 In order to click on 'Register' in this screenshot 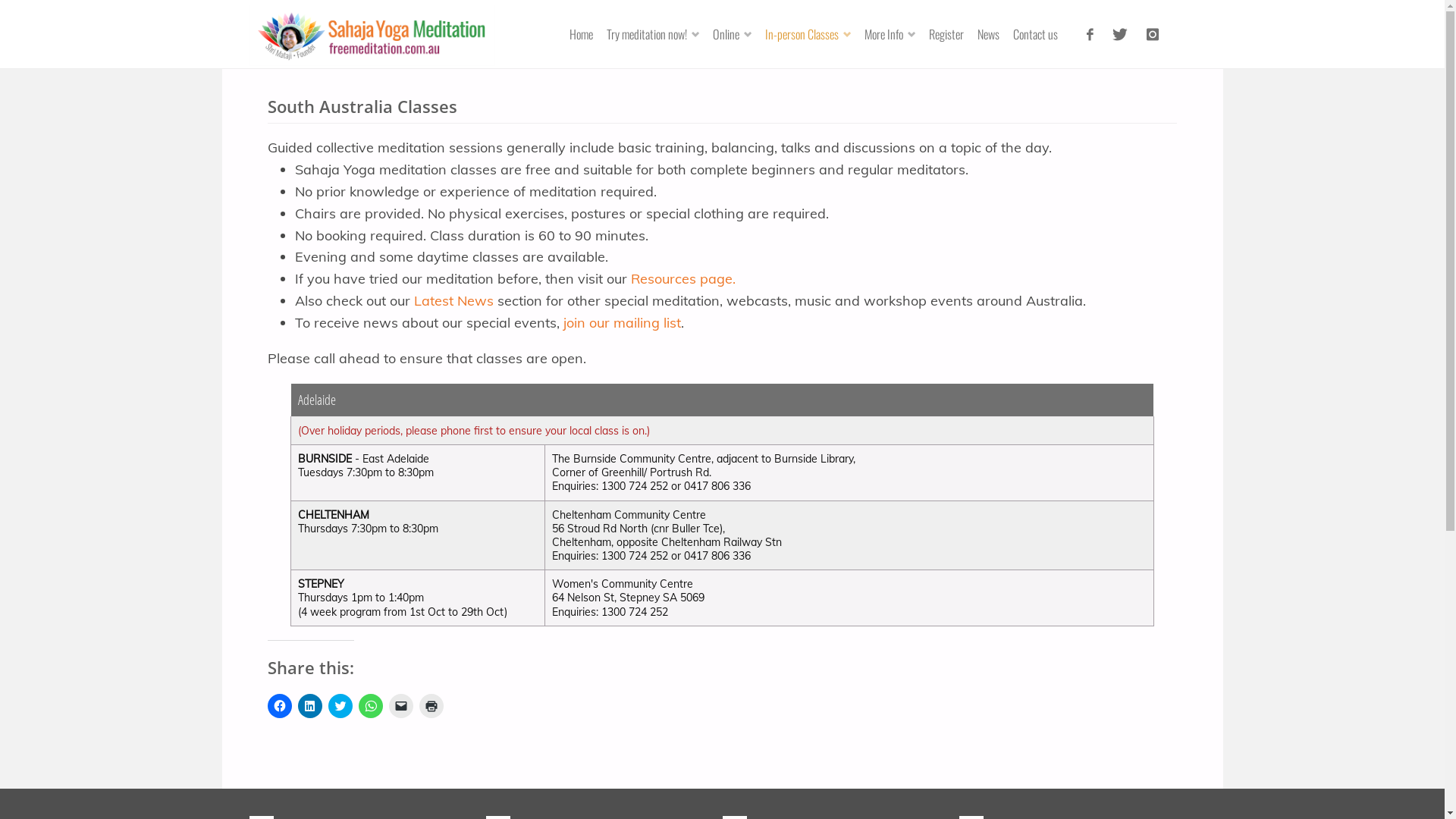, I will do `click(952, 34)`.